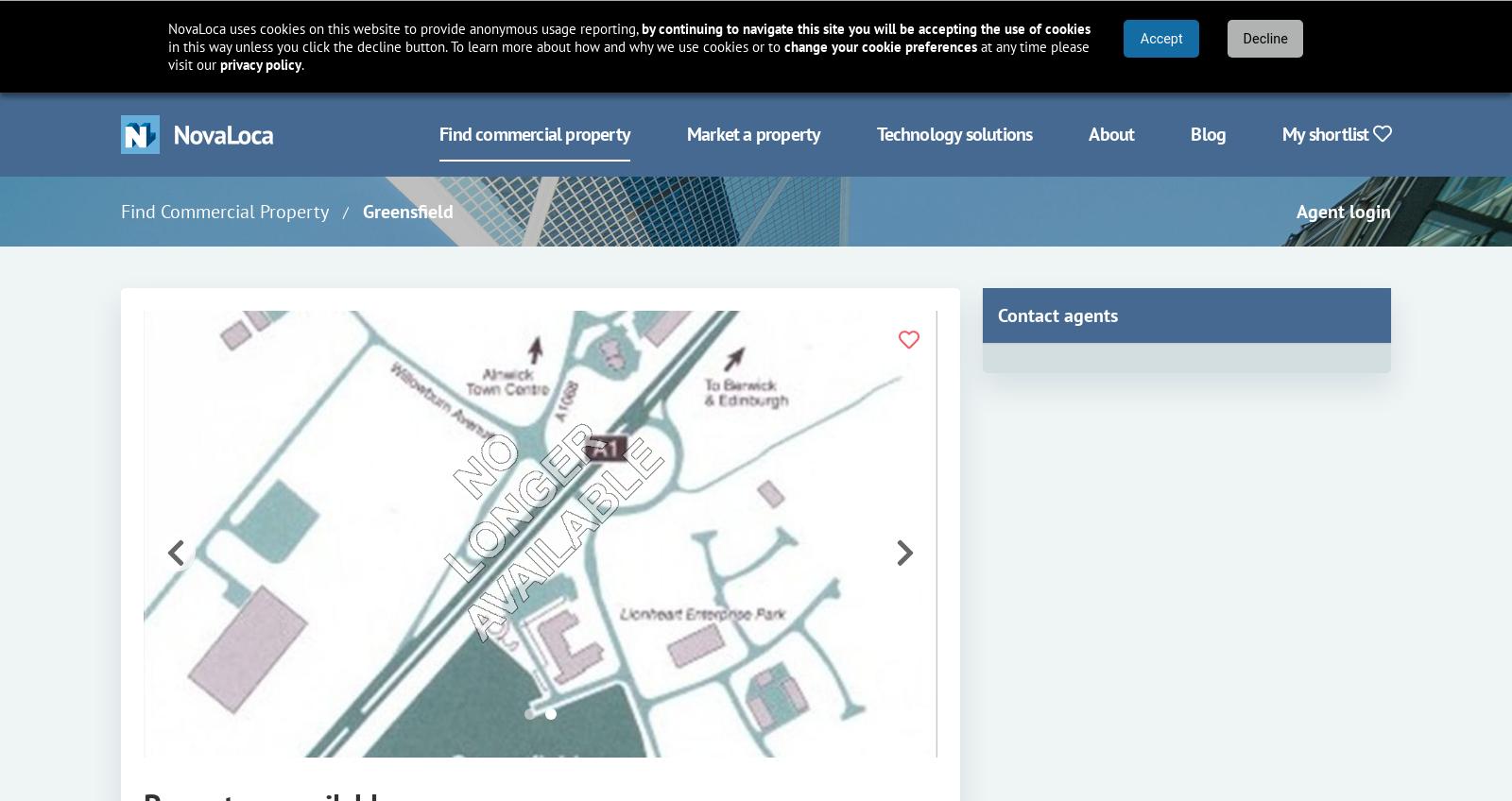  Describe the element at coordinates (224, 211) in the screenshot. I see `'Find Commercial Property'` at that location.